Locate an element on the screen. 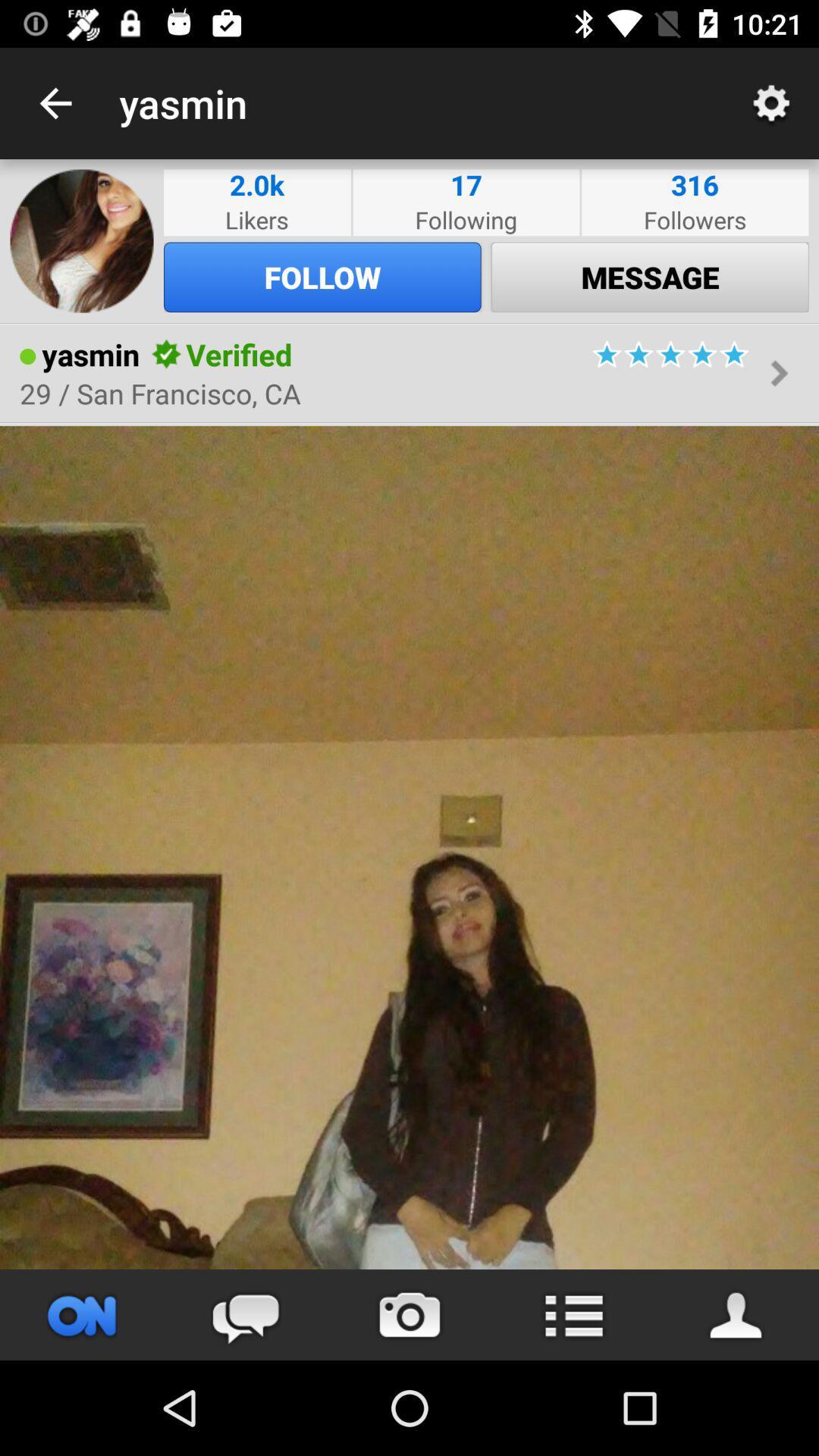 The height and width of the screenshot is (1456, 819). on is located at coordinates (82, 1314).